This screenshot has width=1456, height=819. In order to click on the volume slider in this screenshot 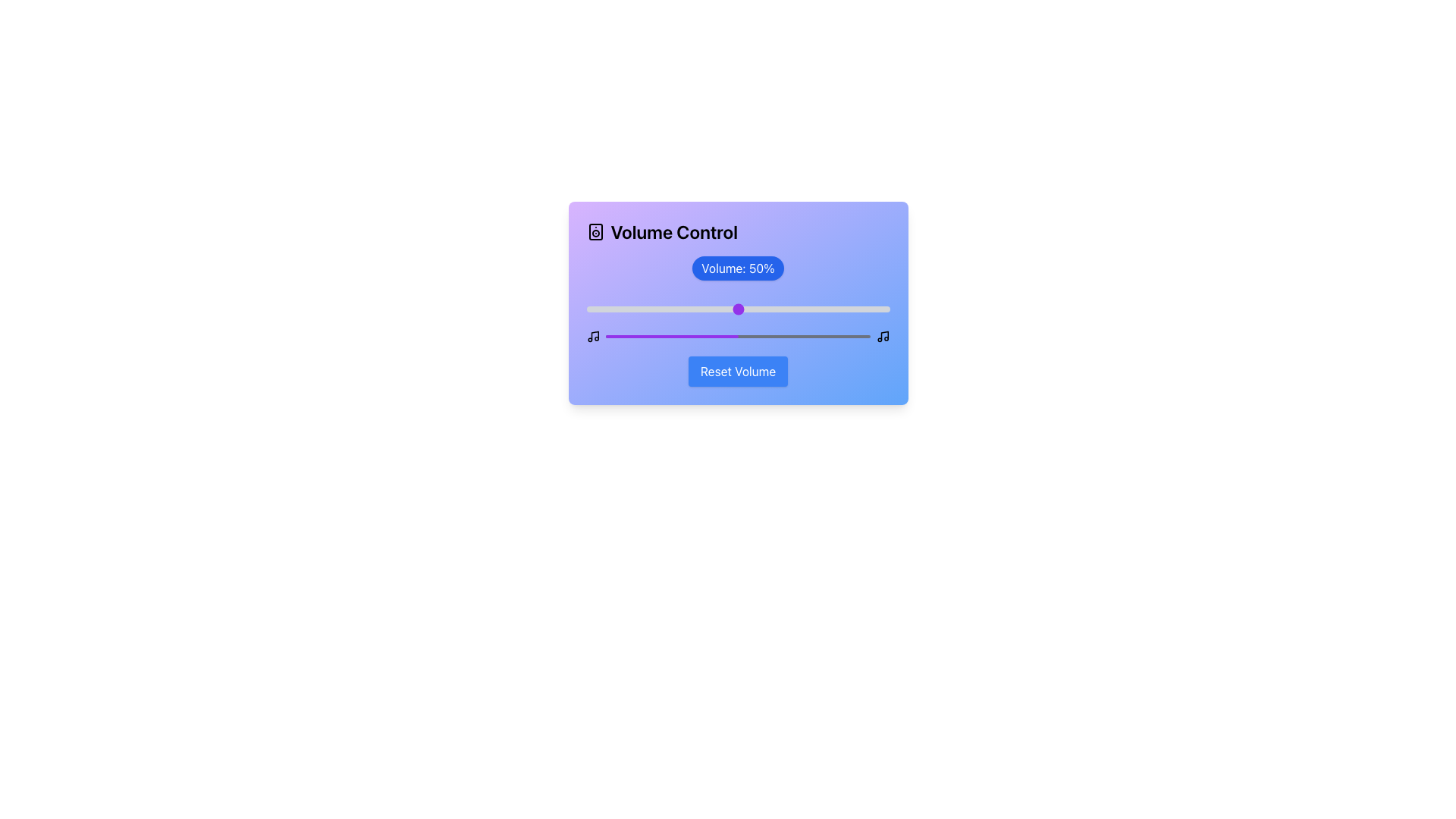, I will do `click(692, 309)`.